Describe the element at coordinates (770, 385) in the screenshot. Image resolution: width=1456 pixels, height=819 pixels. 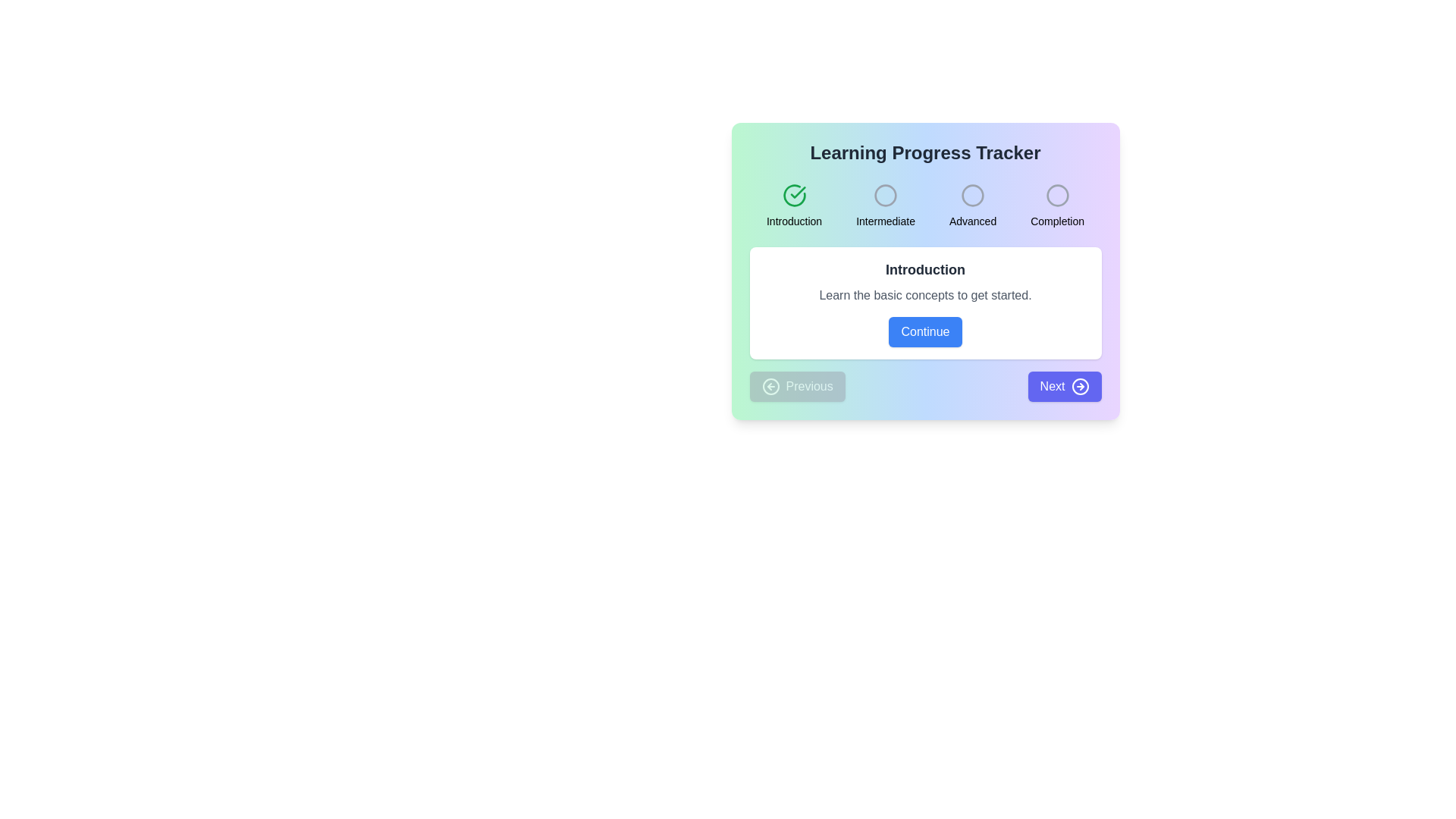
I see `the circular element representing the 'Previous' button` at that location.